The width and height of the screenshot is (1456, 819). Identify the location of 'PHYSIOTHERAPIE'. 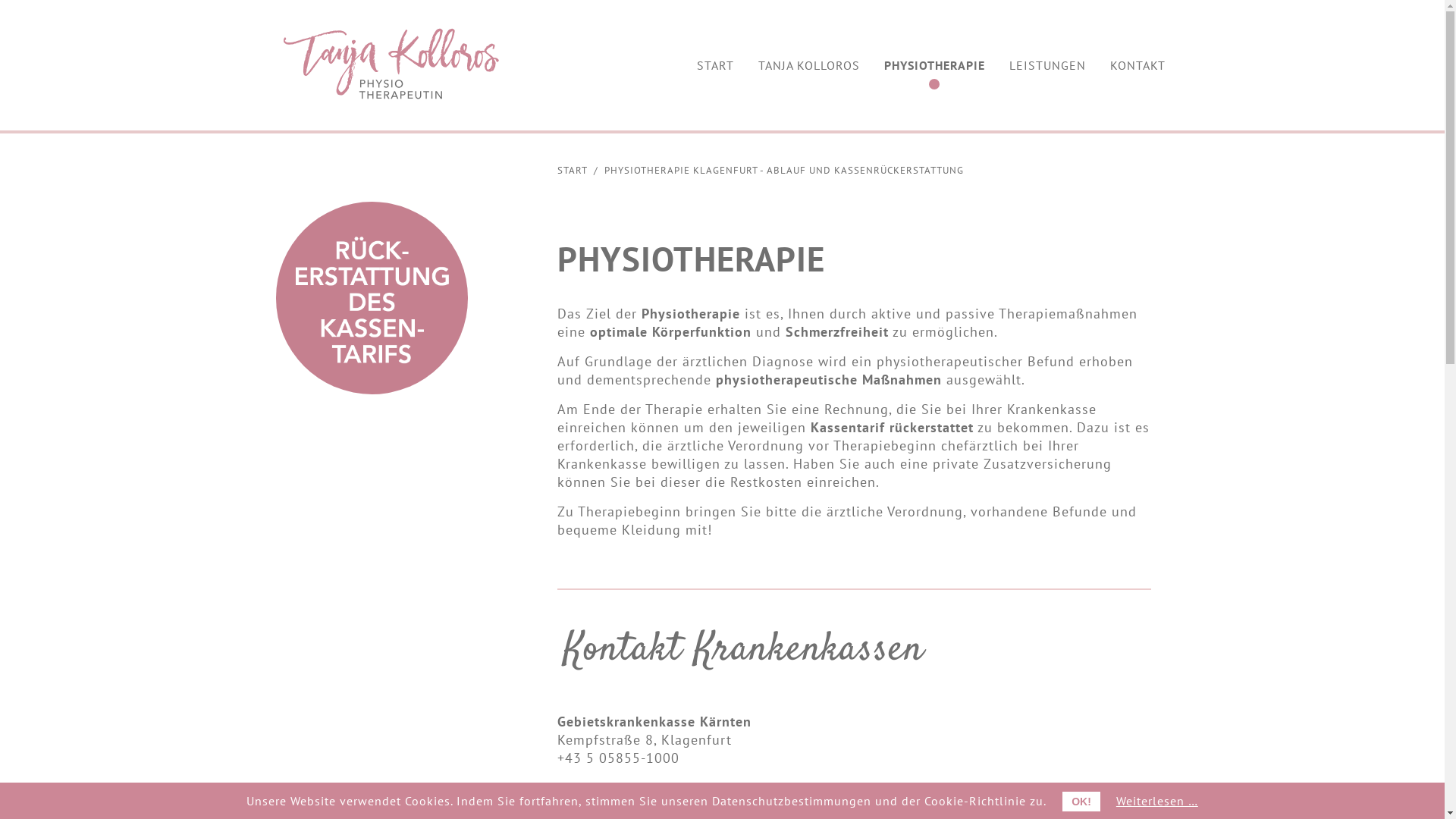
(934, 64).